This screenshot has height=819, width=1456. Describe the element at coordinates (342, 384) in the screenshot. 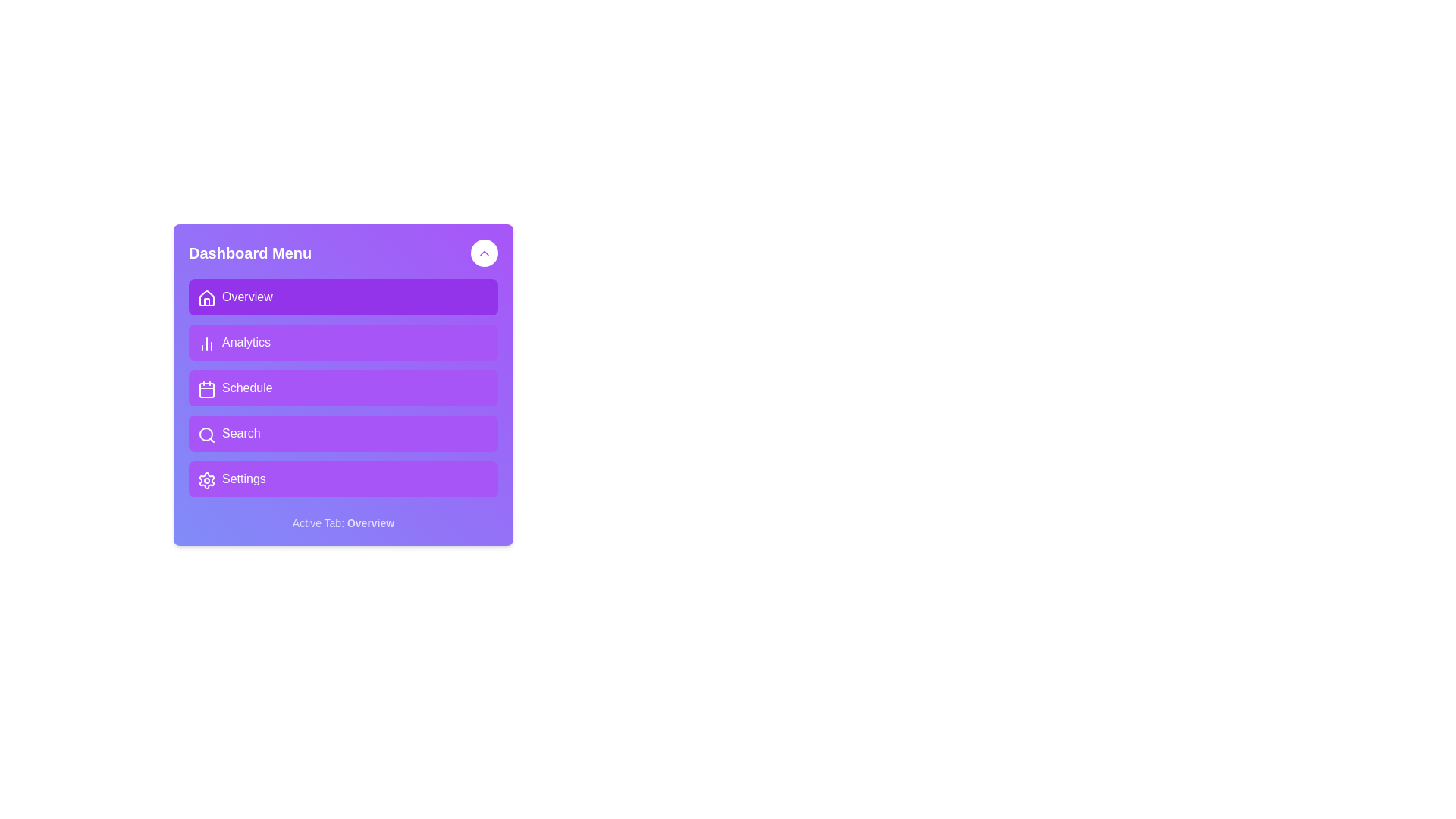

I see `the third item in the vertical menu panel` at that location.